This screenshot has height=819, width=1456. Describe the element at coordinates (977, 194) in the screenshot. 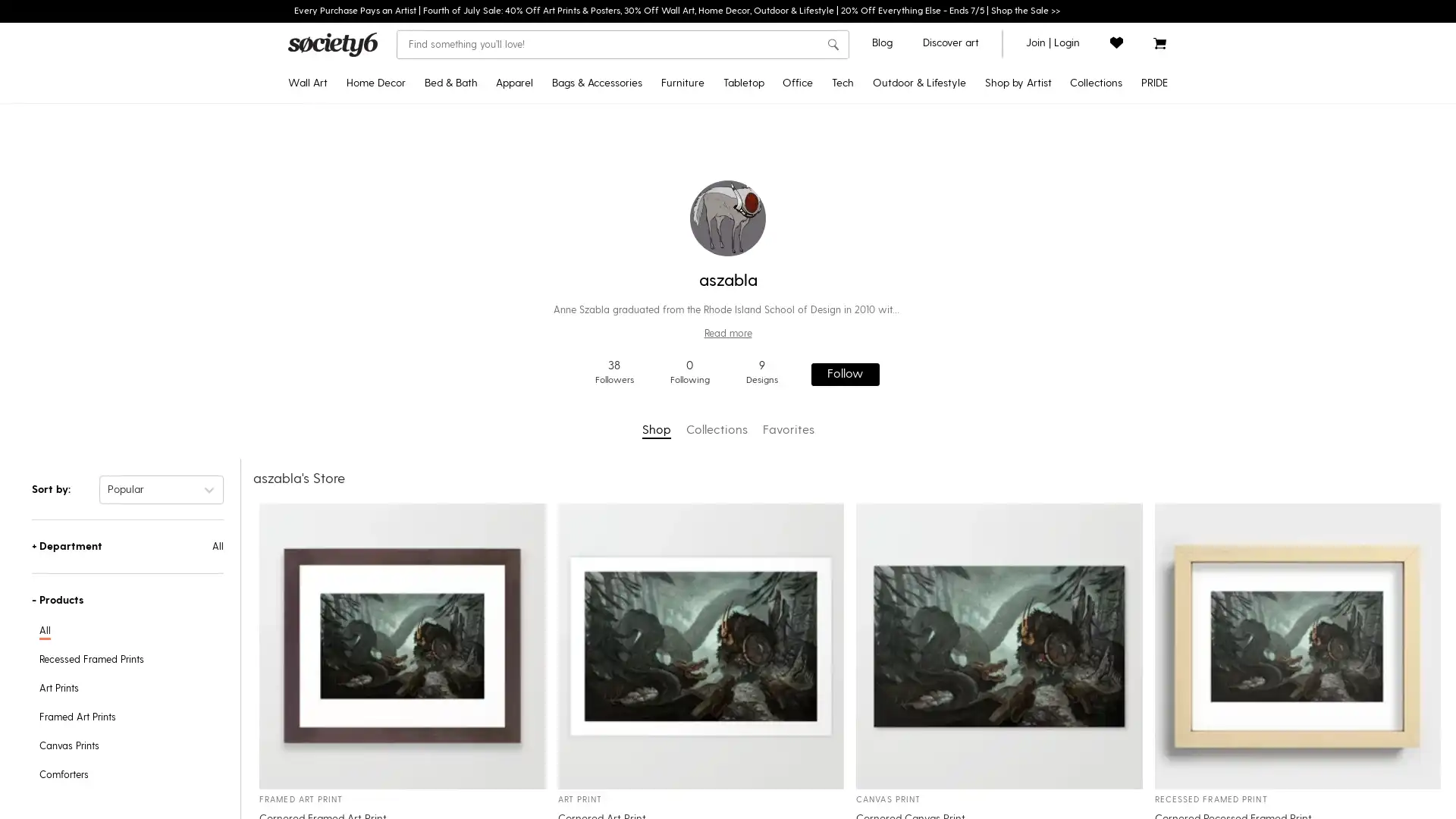

I see `Discover Black Artists` at that location.